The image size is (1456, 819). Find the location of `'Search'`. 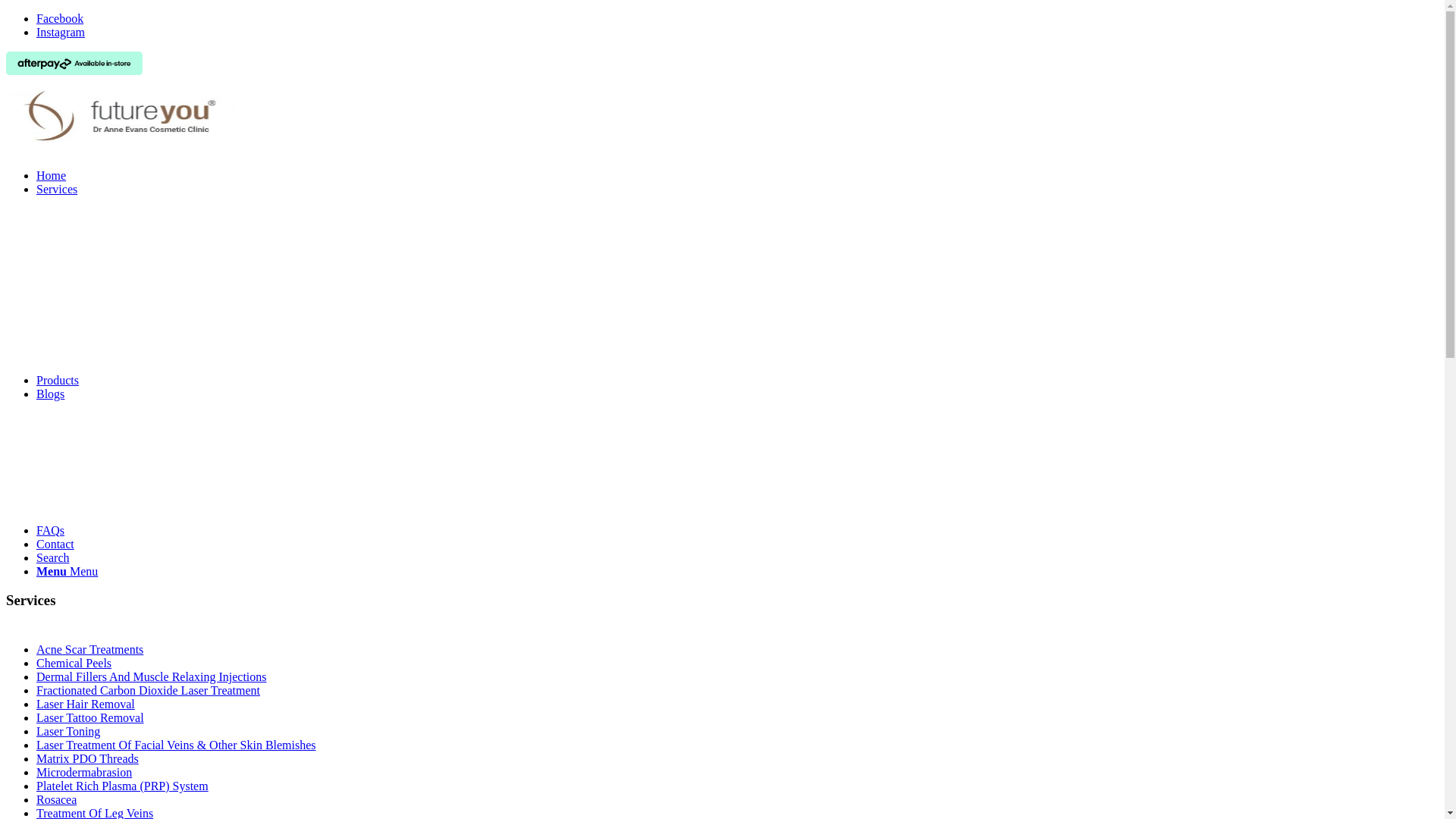

'Search' is located at coordinates (53, 557).